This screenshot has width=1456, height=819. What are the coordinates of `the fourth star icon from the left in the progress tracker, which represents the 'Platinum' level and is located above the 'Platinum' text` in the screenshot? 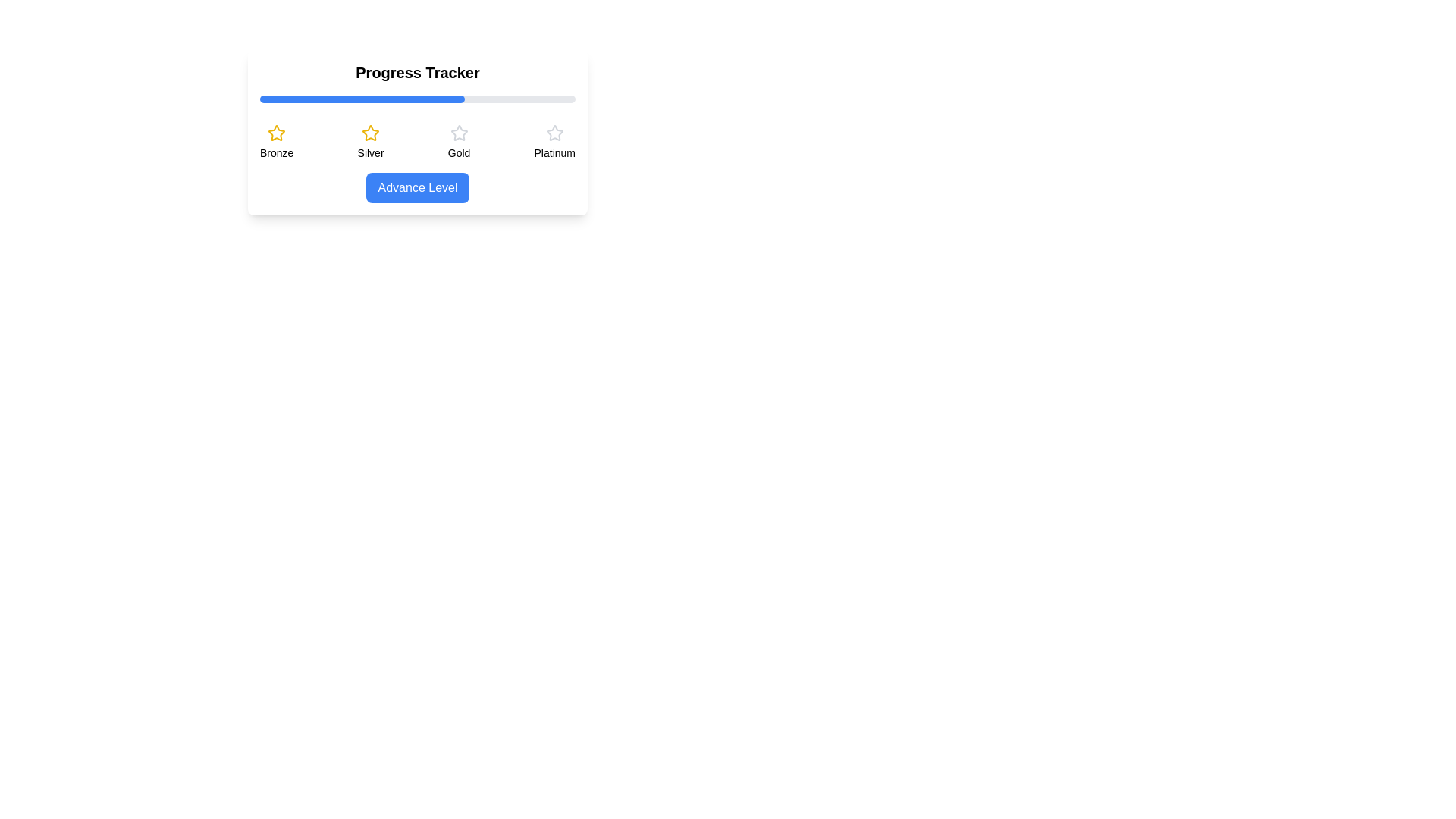 It's located at (554, 133).